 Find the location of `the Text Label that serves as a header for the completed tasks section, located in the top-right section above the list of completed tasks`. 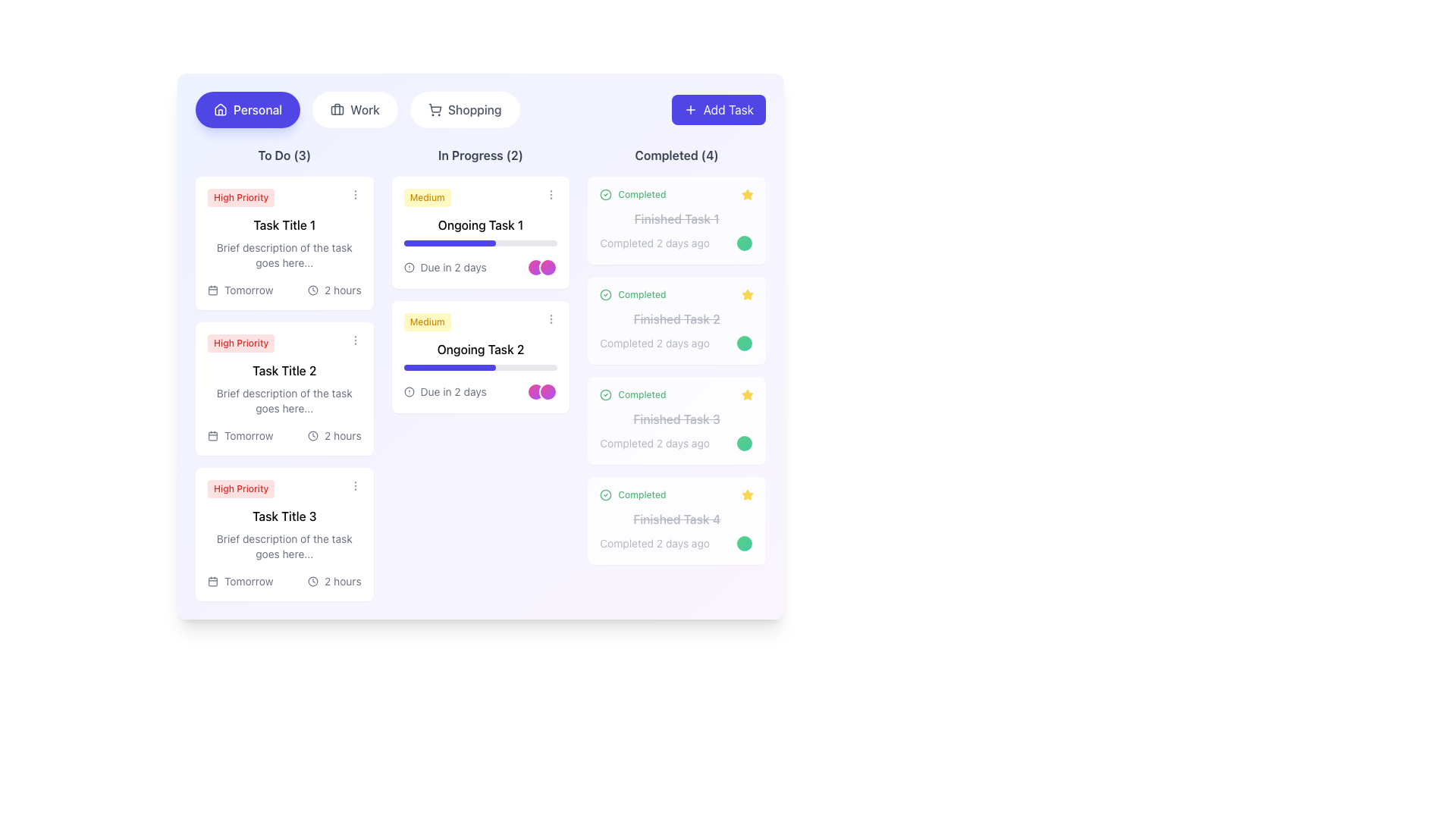

the Text Label that serves as a header for the completed tasks section, located in the top-right section above the list of completed tasks is located at coordinates (676, 155).